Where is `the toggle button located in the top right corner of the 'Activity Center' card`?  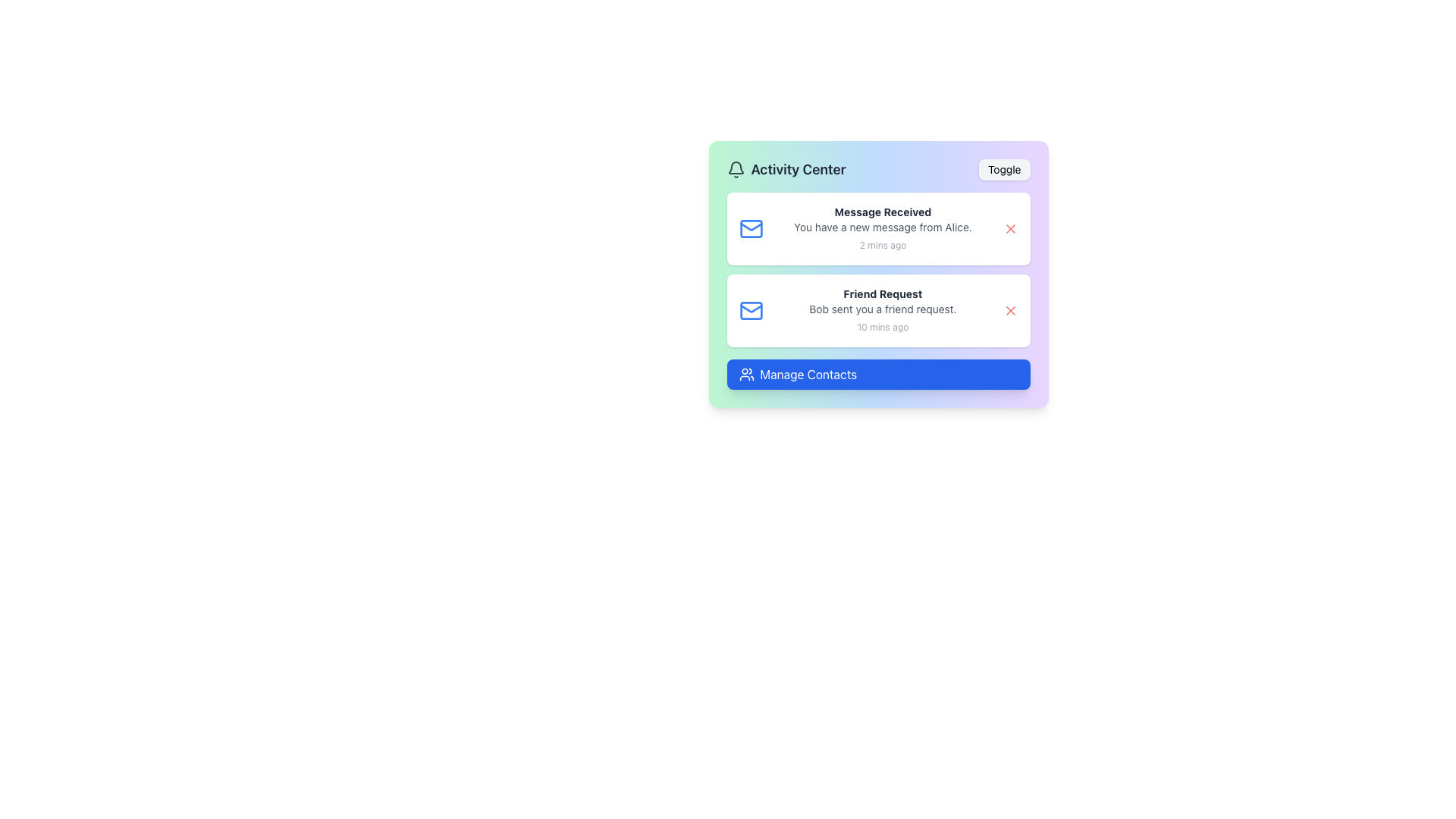
the toggle button located in the top right corner of the 'Activity Center' card is located at coordinates (1004, 169).